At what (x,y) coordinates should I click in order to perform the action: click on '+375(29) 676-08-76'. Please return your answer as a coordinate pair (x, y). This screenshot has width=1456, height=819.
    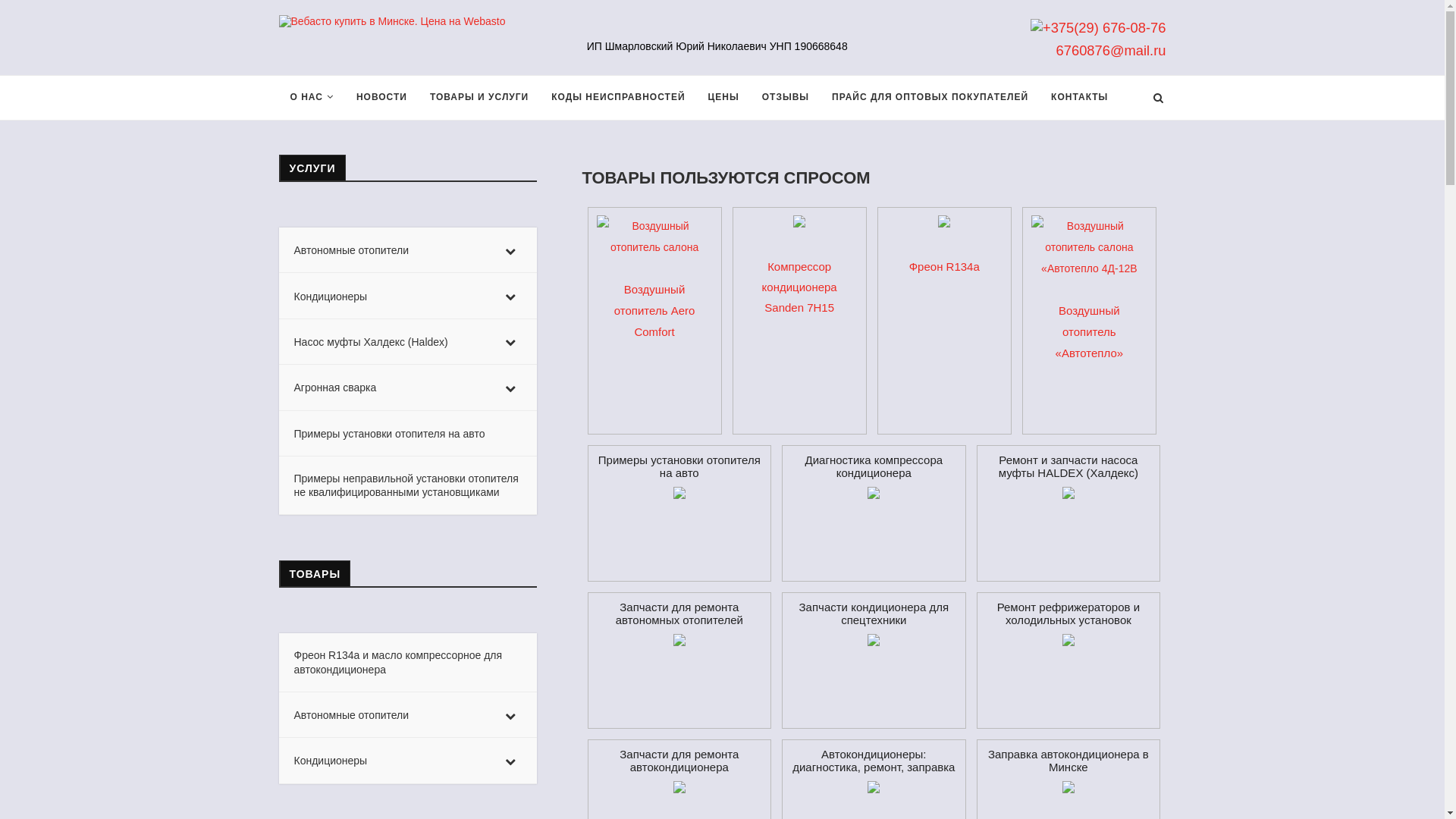
    Looking at the image, I should click on (1030, 27).